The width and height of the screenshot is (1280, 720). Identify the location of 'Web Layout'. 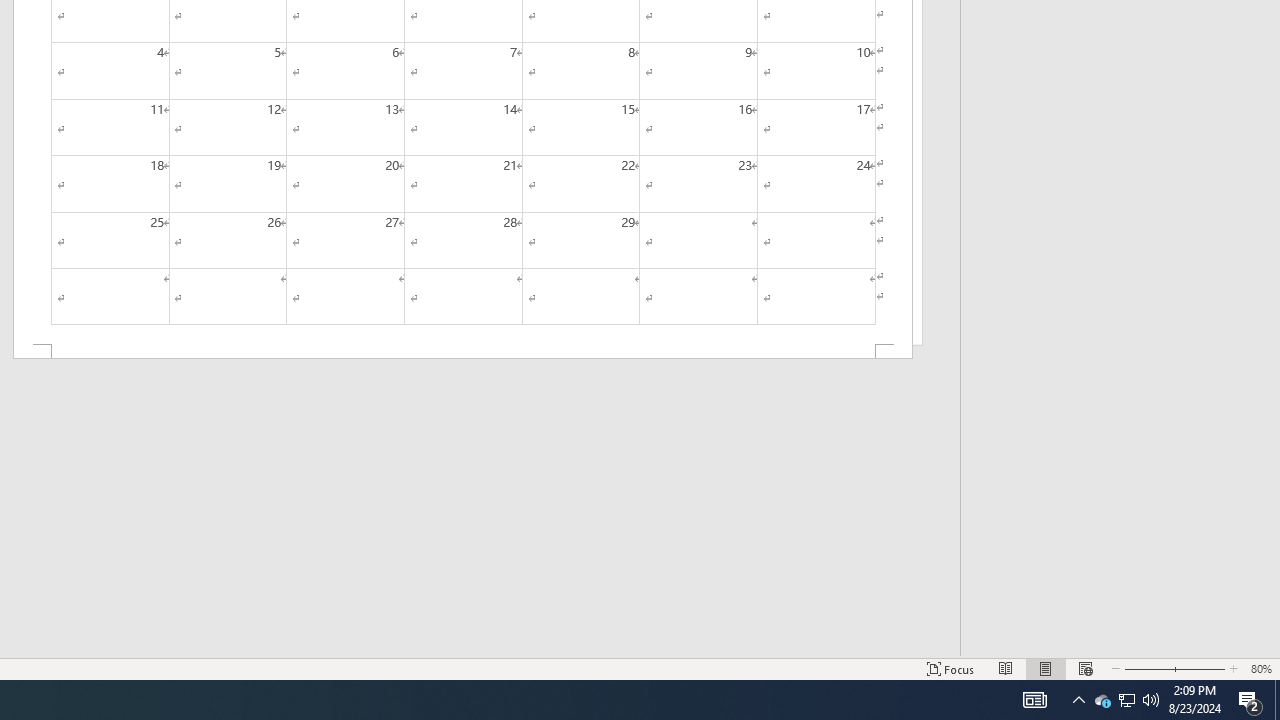
(1085, 669).